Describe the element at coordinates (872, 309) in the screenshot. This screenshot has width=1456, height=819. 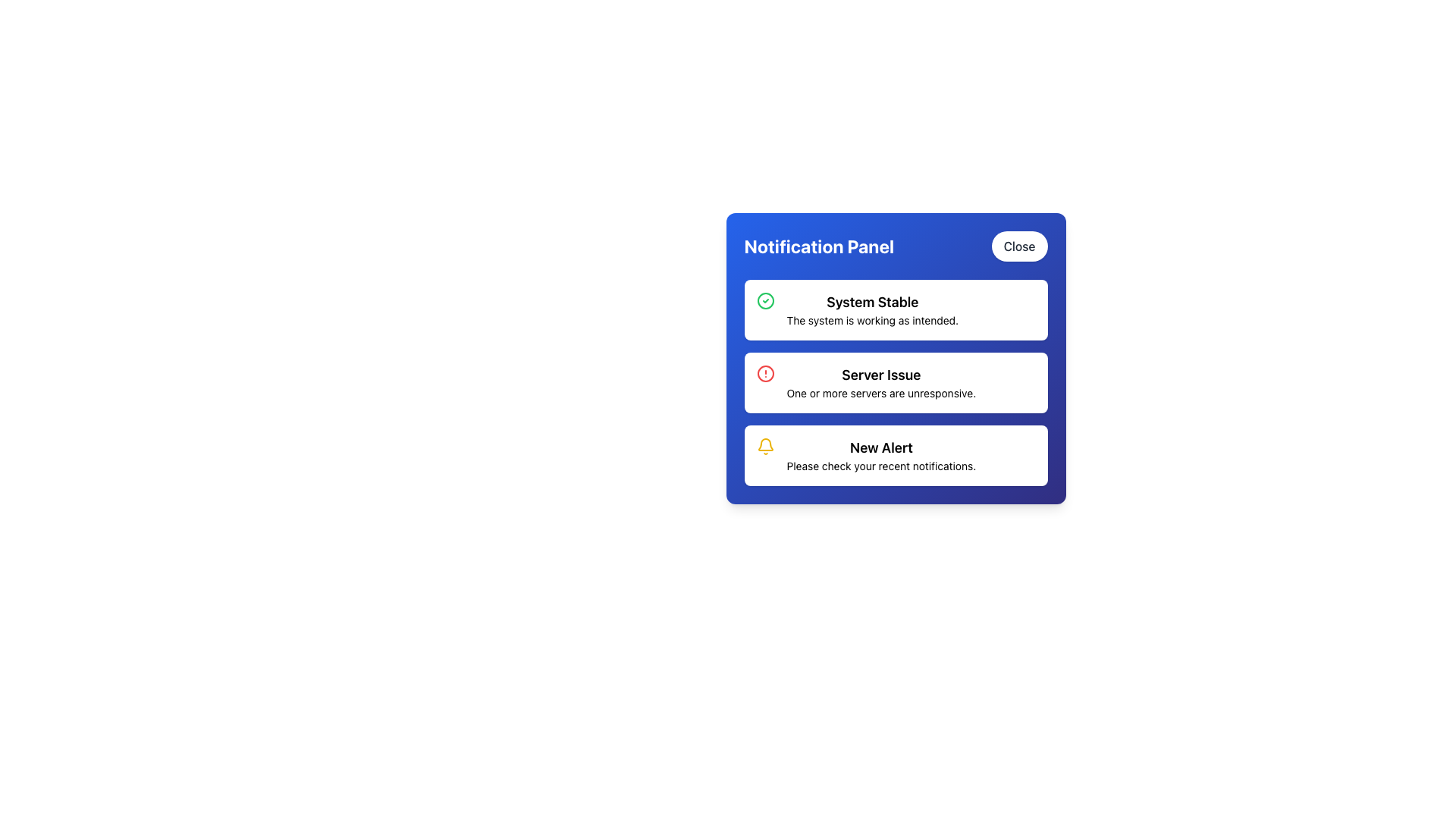
I see `status message displayed in the text block located in the upper-middle section of the blue 'Notification Panel', which indicates that the system is currently stable and functioning as intended` at that location.